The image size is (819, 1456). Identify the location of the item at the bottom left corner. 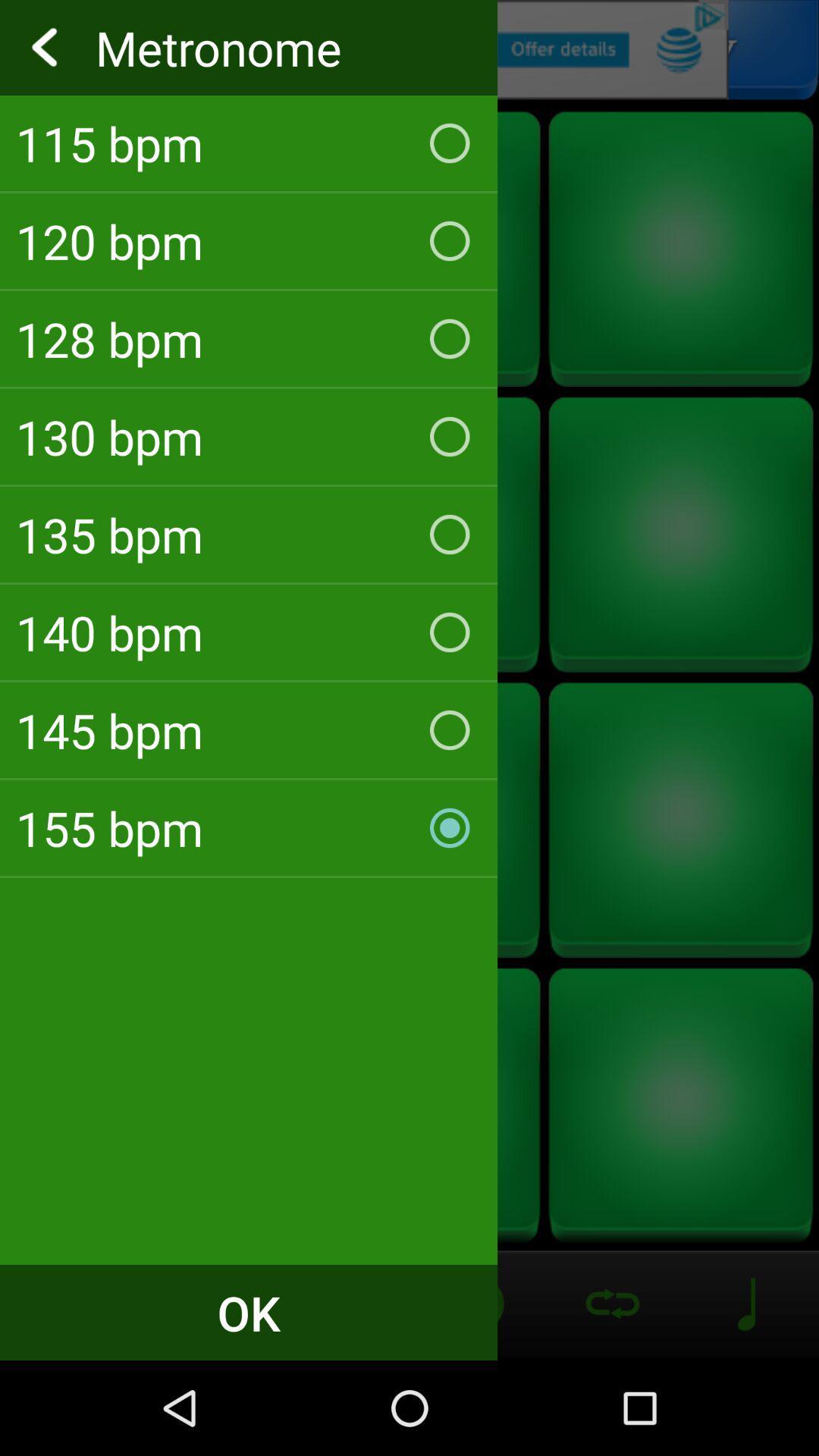
(248, 1312).